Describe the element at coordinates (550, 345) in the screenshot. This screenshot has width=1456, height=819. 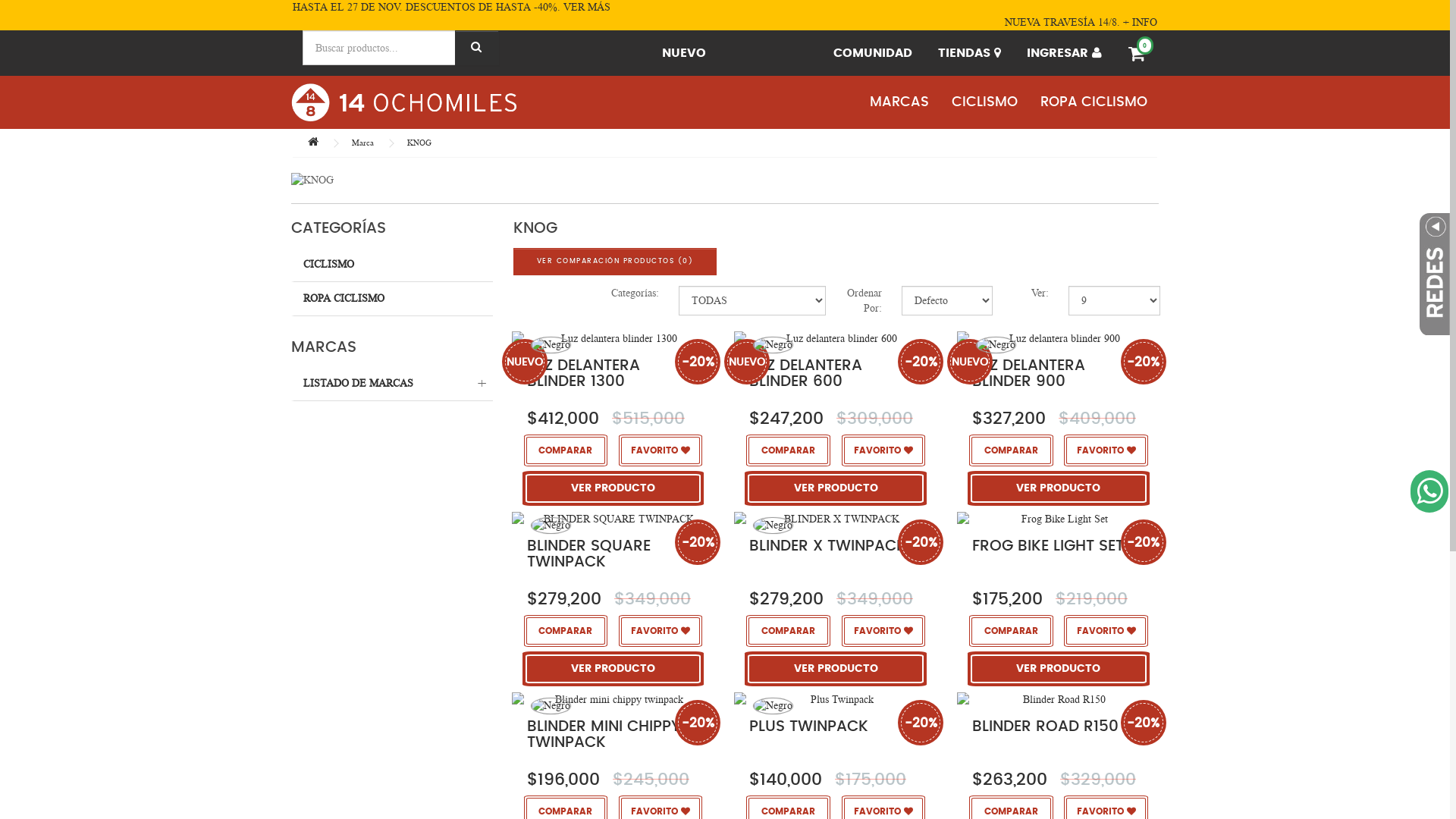
I see `'Negro'` at that location.